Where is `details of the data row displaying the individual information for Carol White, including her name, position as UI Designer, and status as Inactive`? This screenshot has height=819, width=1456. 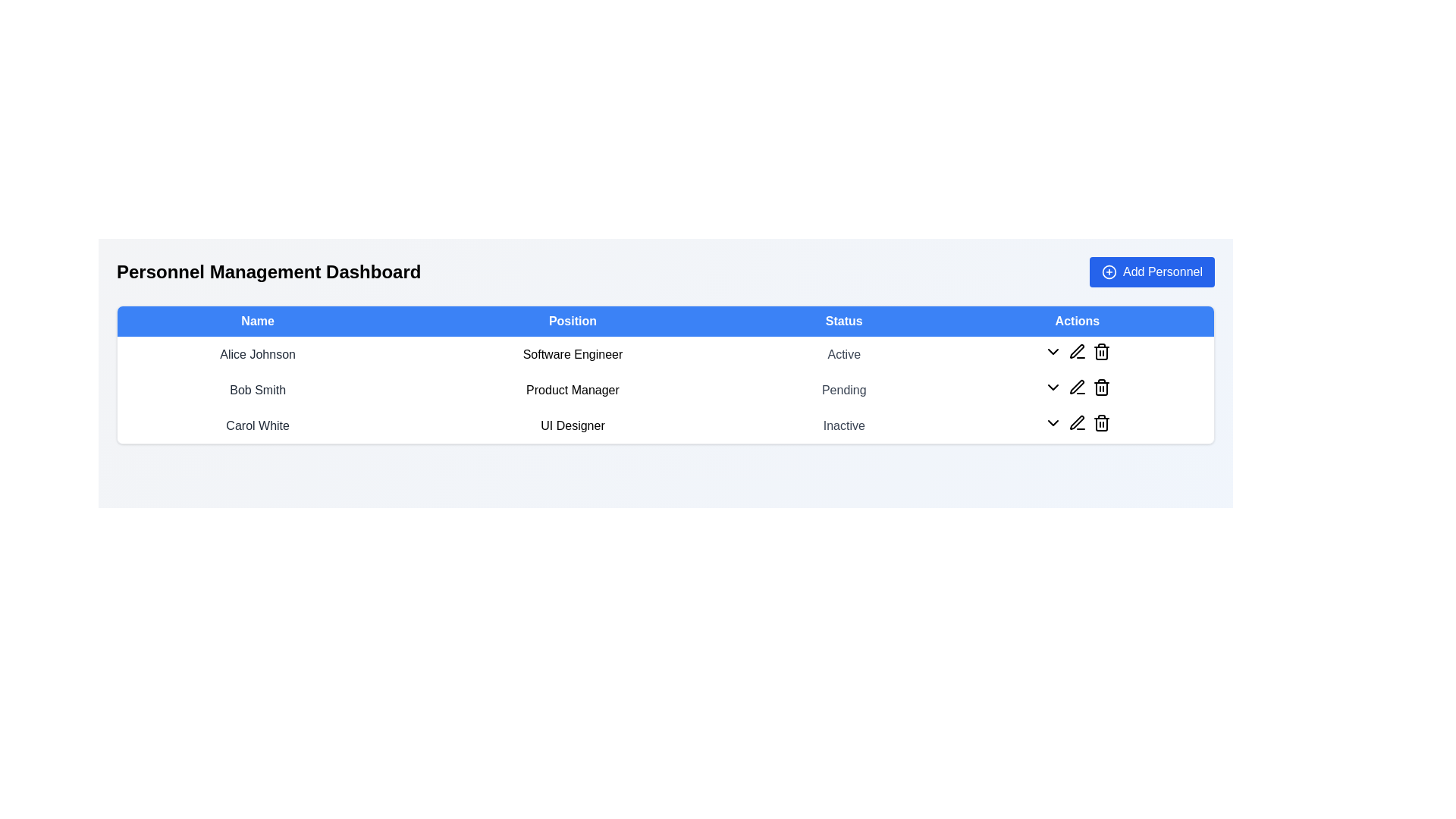 details of the data row displaying the individual information for Carol White, including her name, position as UI Designer, and status as Inactive is located at coordinates (666, 425).